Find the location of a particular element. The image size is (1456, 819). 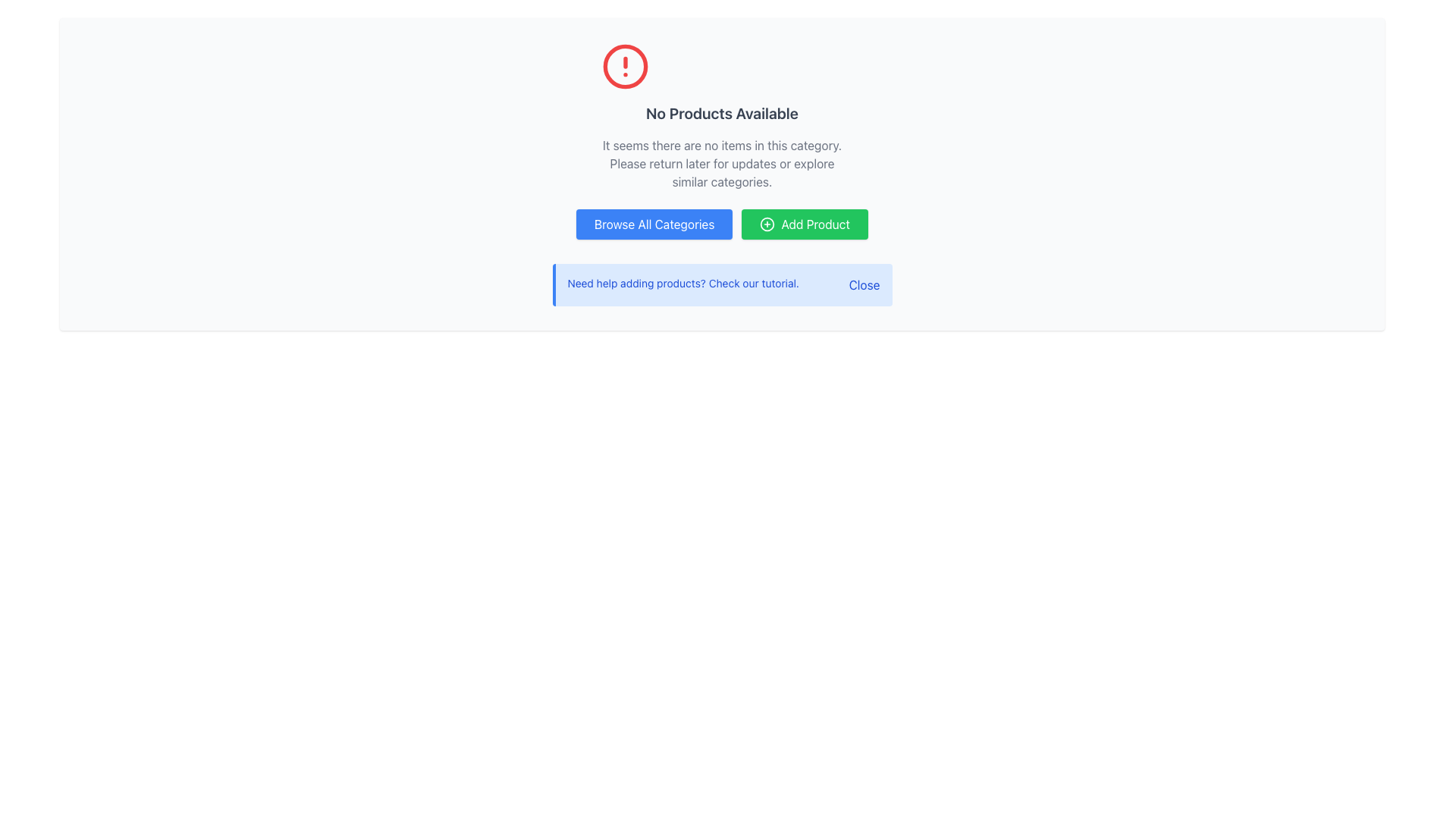

the rectangular button labeled 'Browse All Categories' with a blue background and white text to trigger visual feedback is located at coordinates (654, 224).